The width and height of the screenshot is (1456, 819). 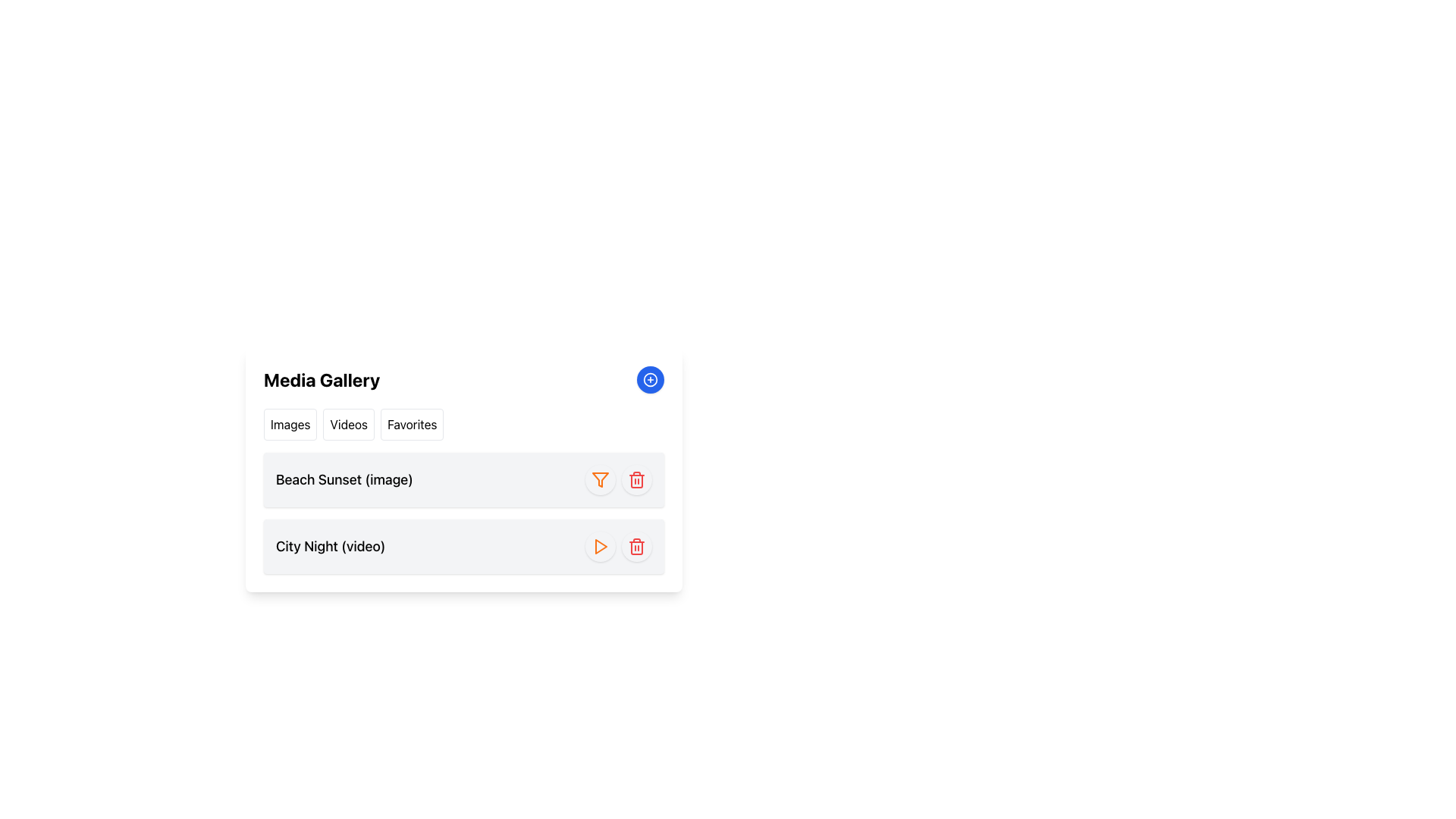 I want to click on the text label reading 'Beach Sunset (image)' for copying or highlighting, located in the first media item under the 'Media Gallery', so click(x=344, y=479).